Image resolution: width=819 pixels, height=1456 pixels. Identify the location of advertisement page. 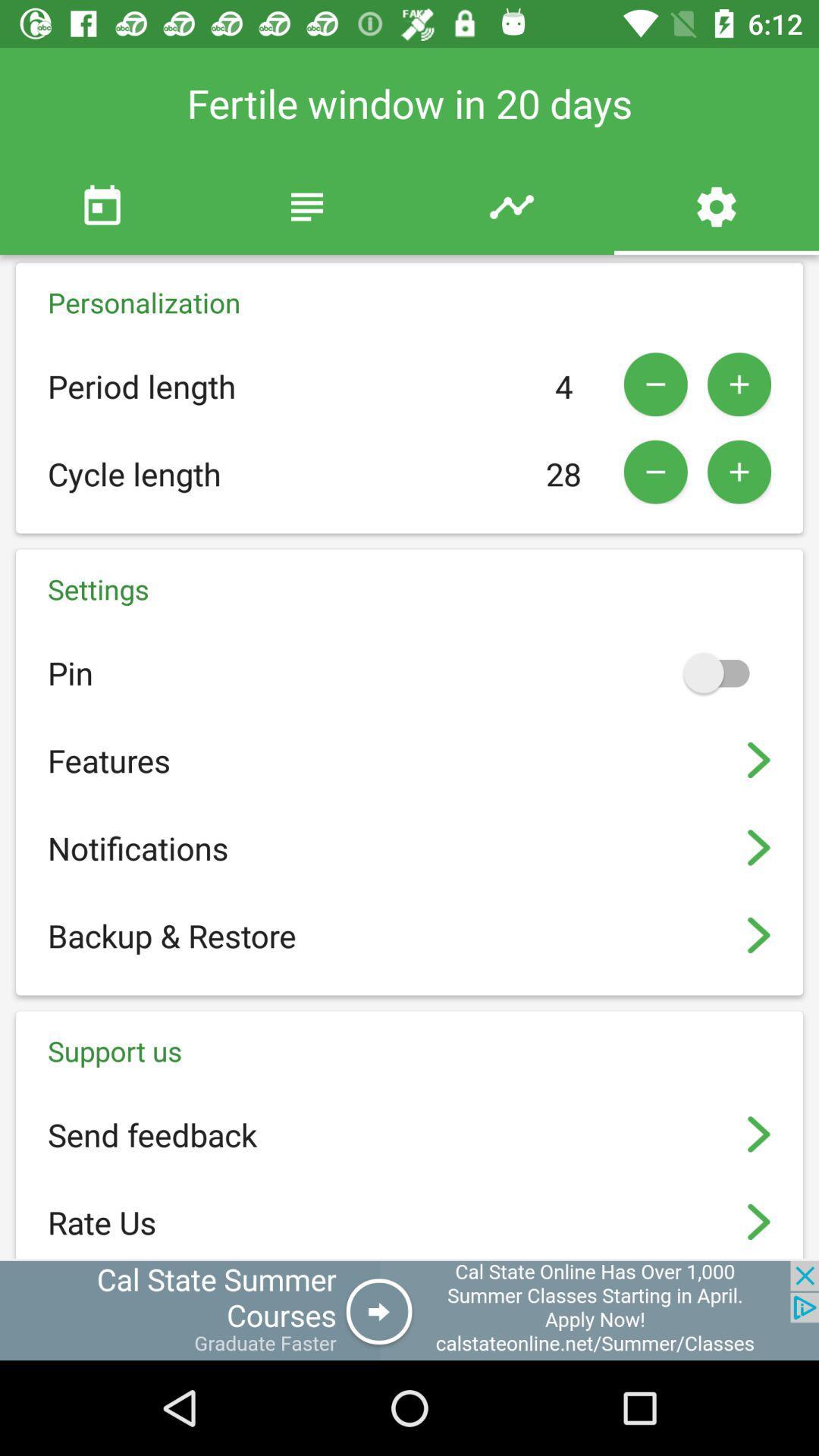
(409, 1310).